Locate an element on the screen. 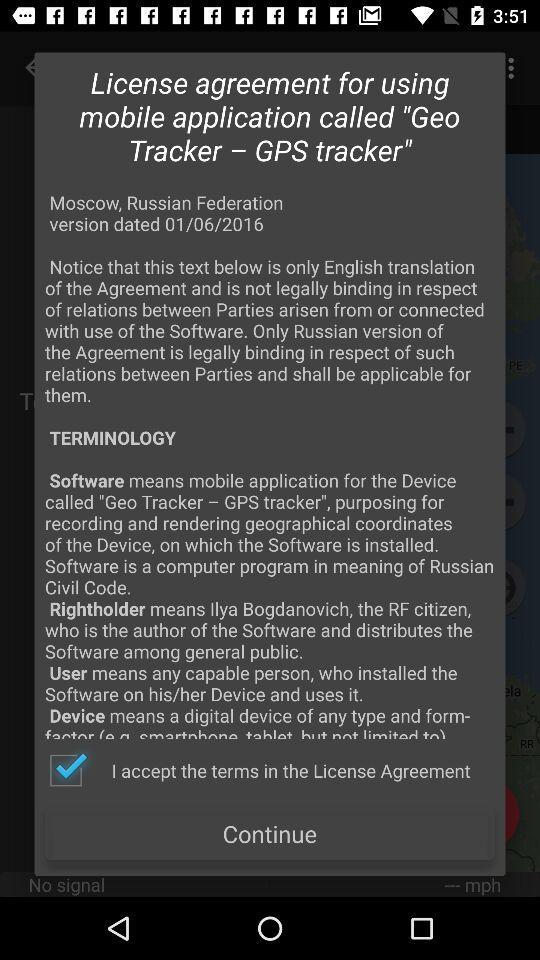 The height and width of the screenshot is (960, 540). the icon above continue item is located at coordinates (259, 769).